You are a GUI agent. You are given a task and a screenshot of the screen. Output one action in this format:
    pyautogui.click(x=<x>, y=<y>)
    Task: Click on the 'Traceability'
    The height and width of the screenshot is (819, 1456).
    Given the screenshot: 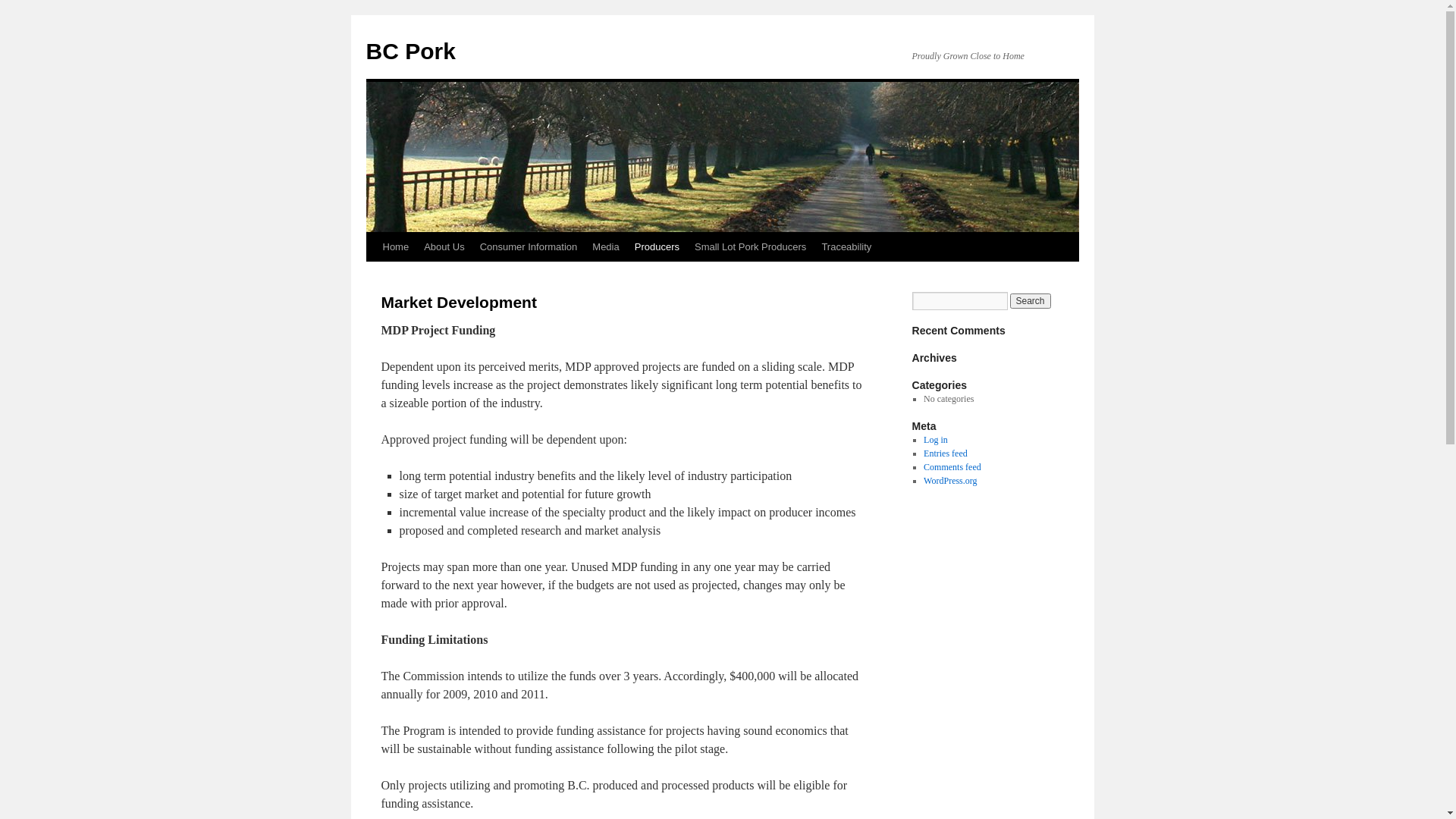 What is the action you would take?
    pyautogui.click(x=846, y=246)
    